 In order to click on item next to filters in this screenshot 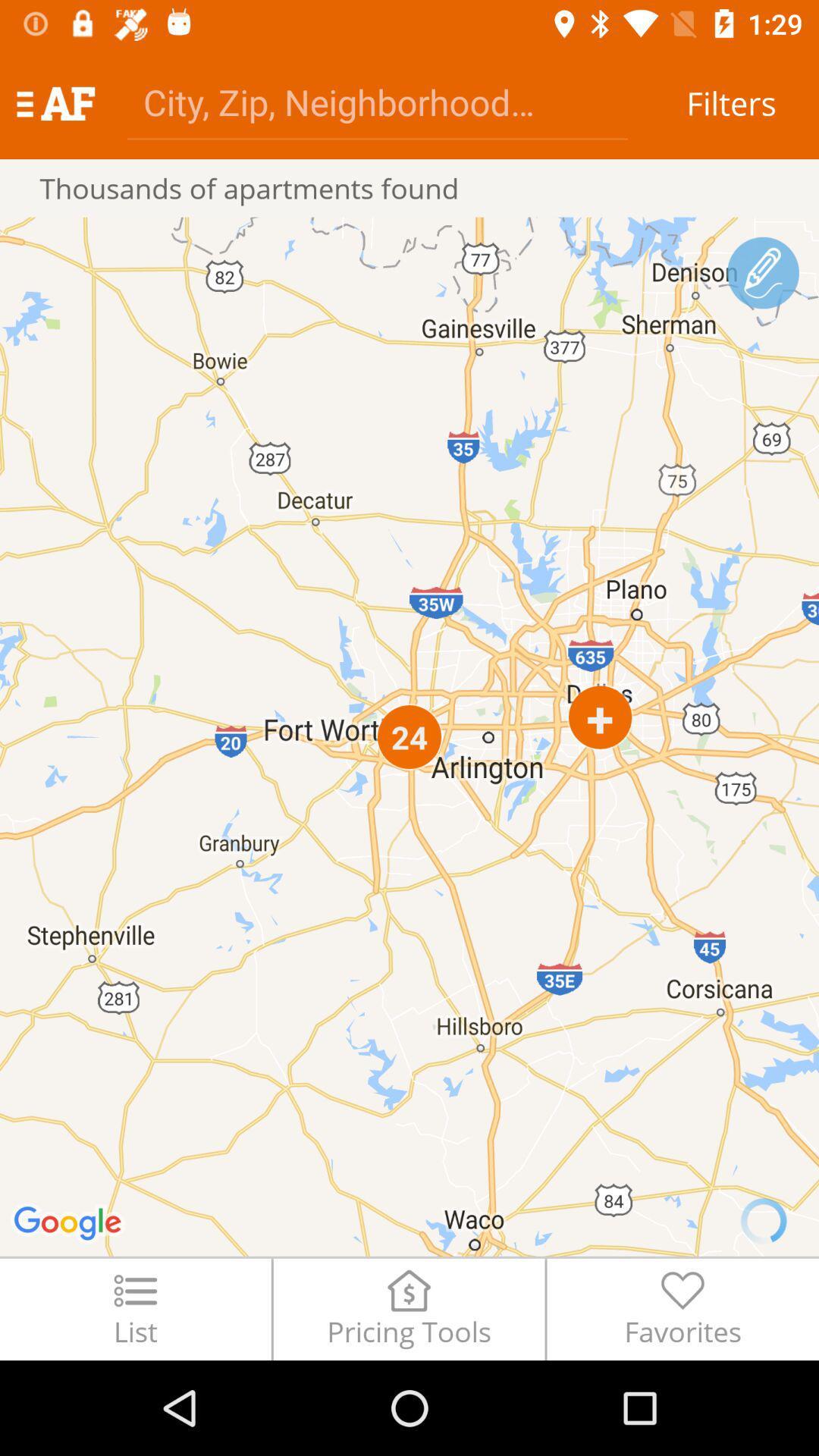, I will do `click(376, 101)`.